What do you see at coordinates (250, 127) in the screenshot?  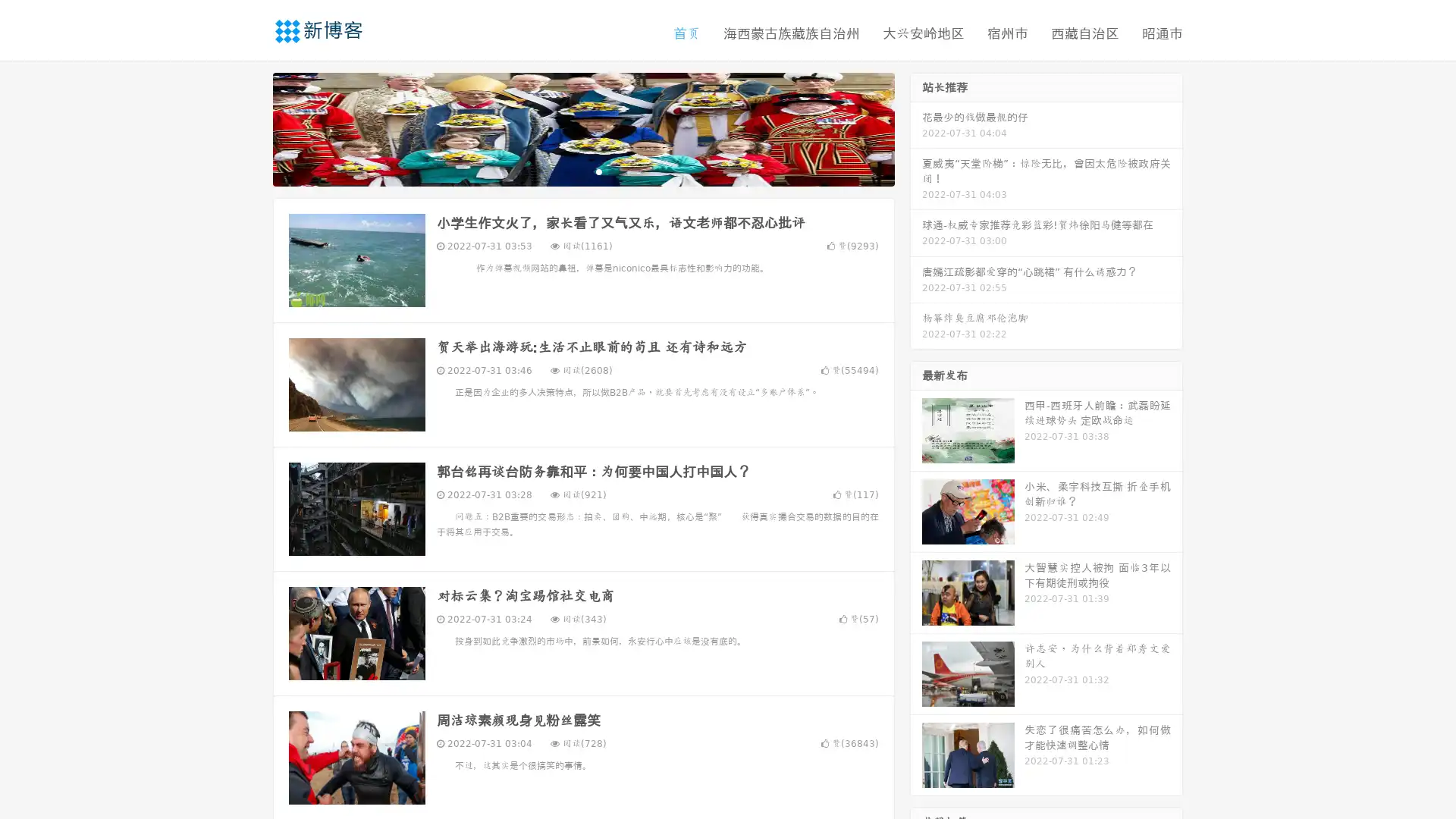 I see `Previous slide` at bounding box center [250, 127].